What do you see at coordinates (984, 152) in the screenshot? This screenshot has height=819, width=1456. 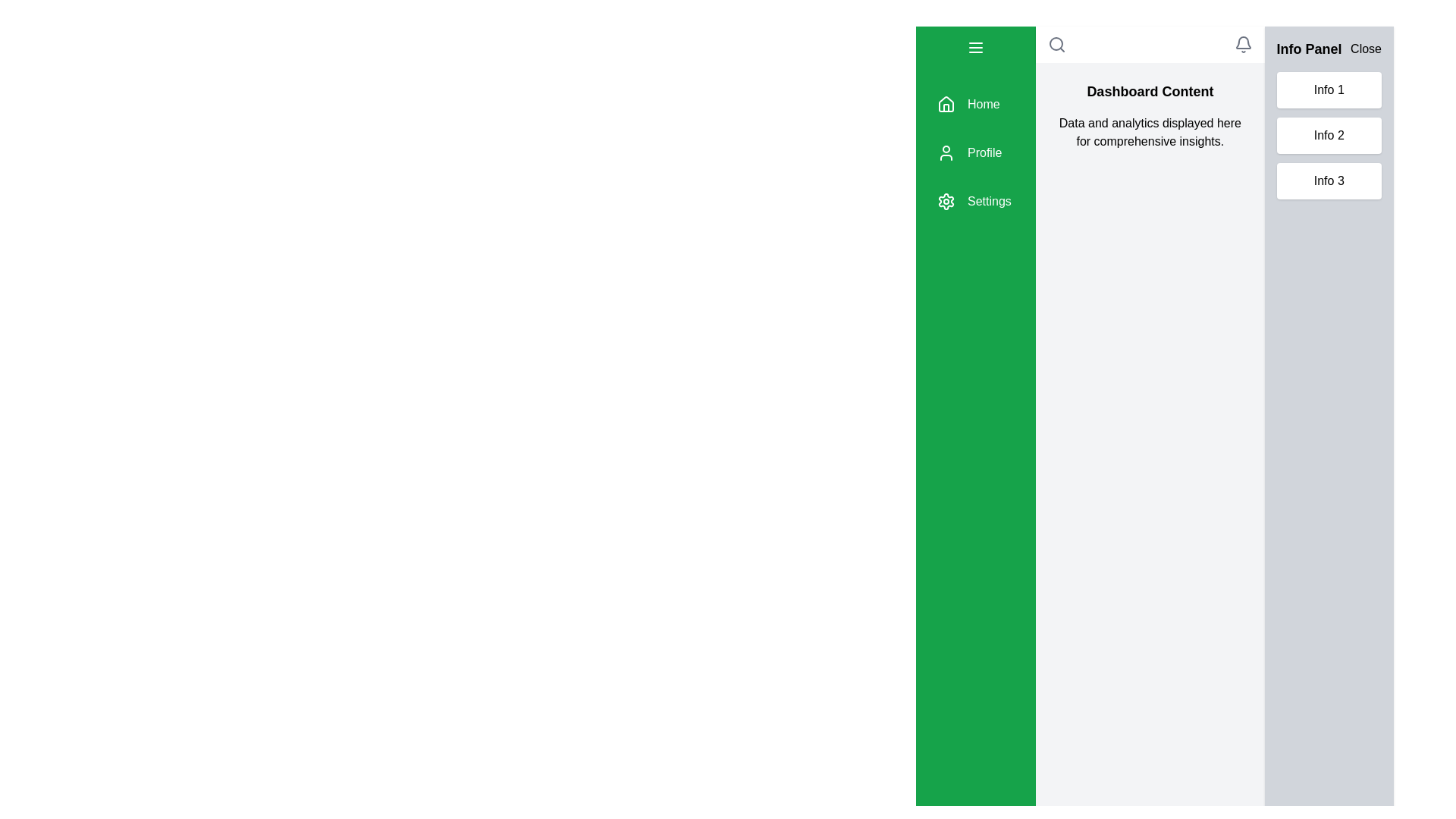 I see `the 'Profile' text label located in the vertical sidebar, which is the second item in the list, positioned above 'Settings' and below 'Home'` at bounding box center [984, 152].